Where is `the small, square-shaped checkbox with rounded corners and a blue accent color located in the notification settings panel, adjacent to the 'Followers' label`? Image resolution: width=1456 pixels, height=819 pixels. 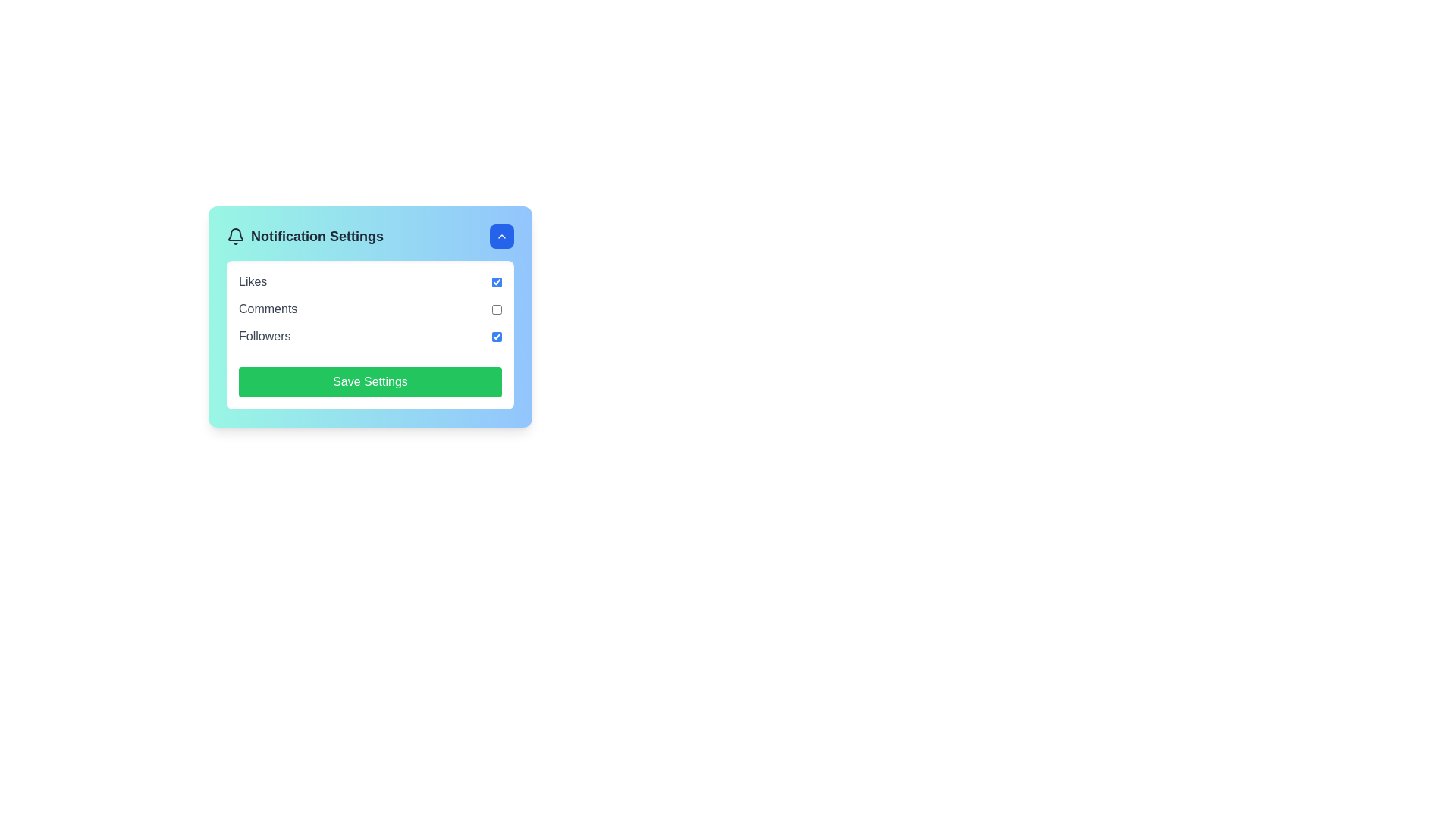 the small, square-shaped checkbox with rounded corners and a blue accent color located in the notification settings panel, adjacent to the 'Followers' label is located at coordinates (497, 335).